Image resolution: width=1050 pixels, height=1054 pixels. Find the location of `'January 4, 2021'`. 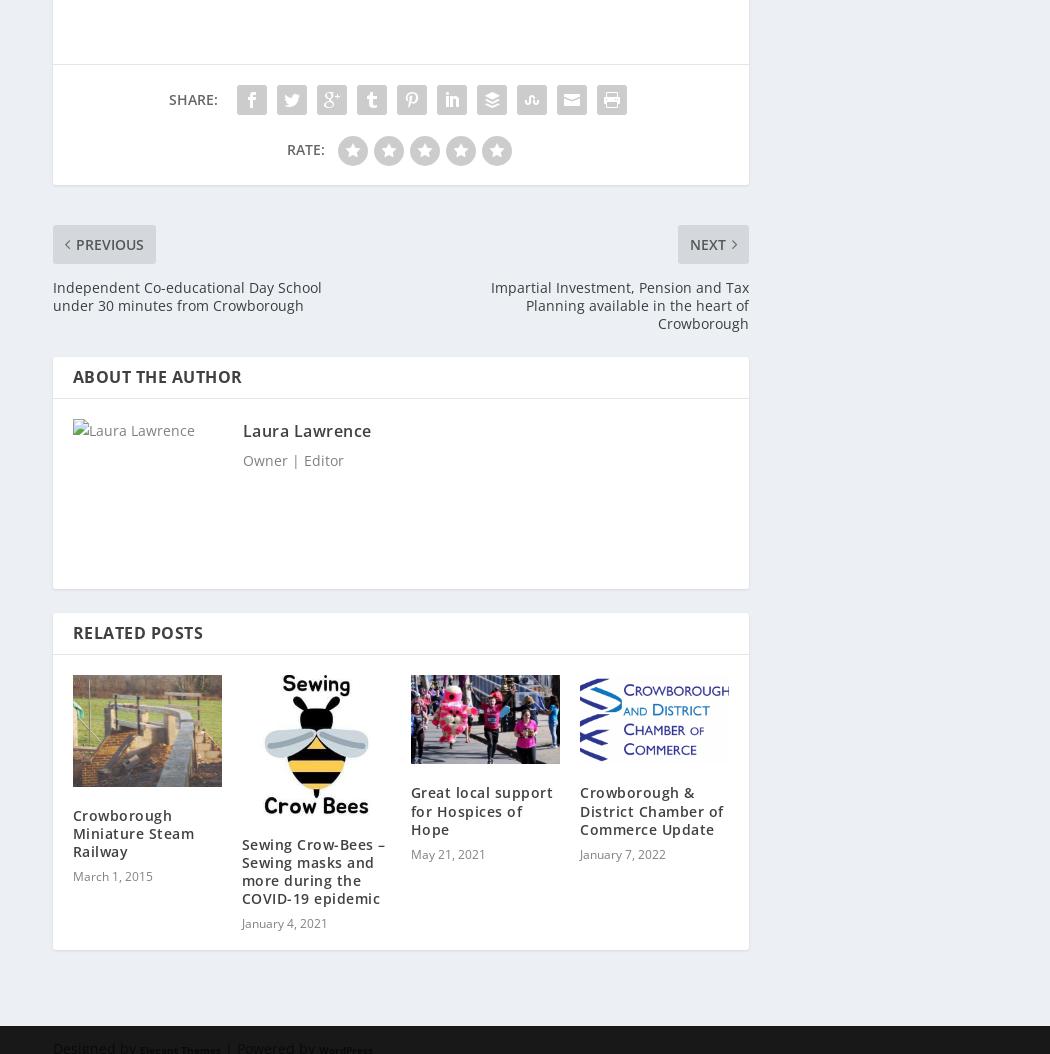

'January 4, 2021' is located at coordinates (283, 912).